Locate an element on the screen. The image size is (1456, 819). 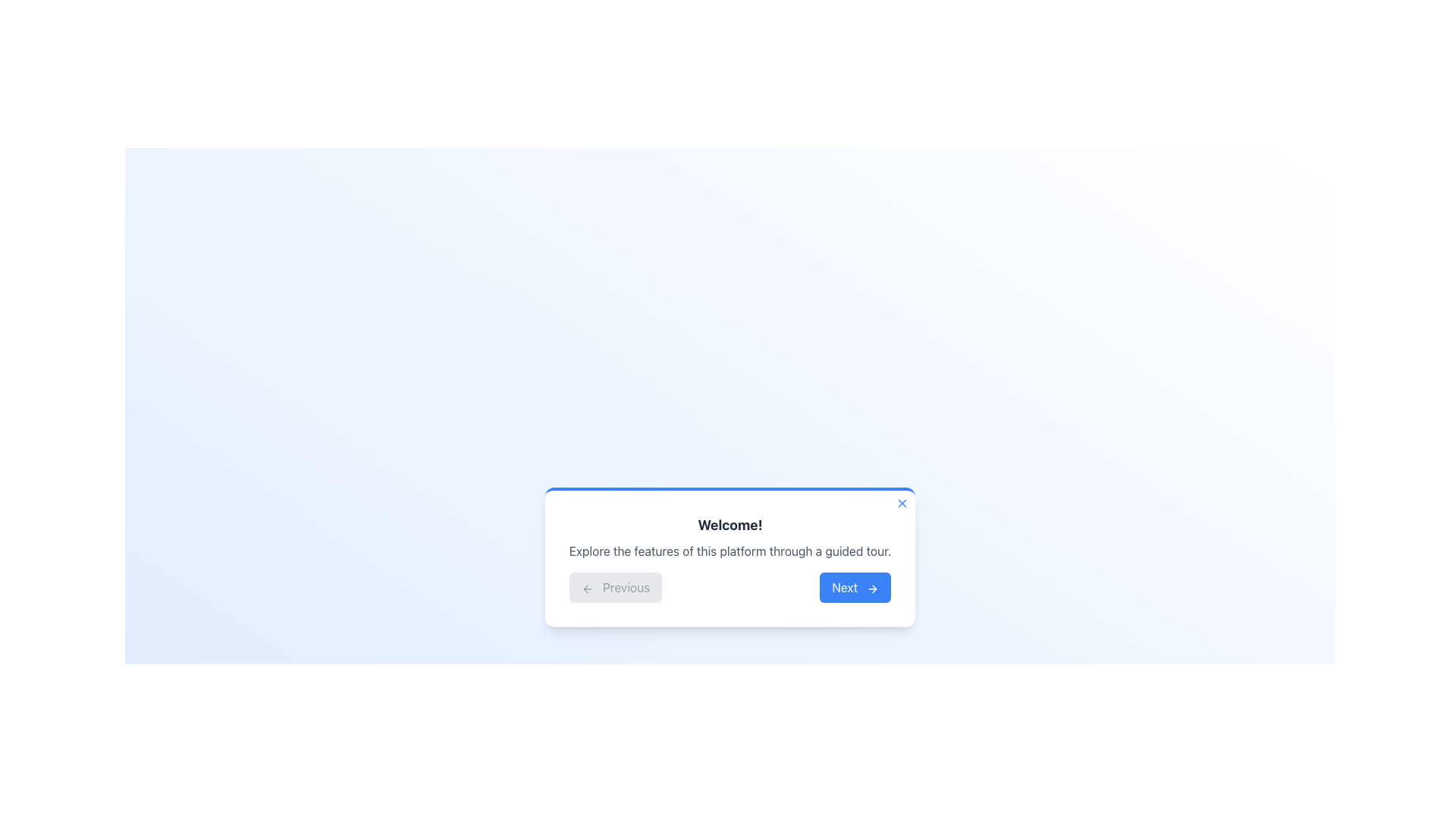
the close button located at the top-right of the modal dialog that contains the text 'Welcome!' is located at coordinates (902, 503).